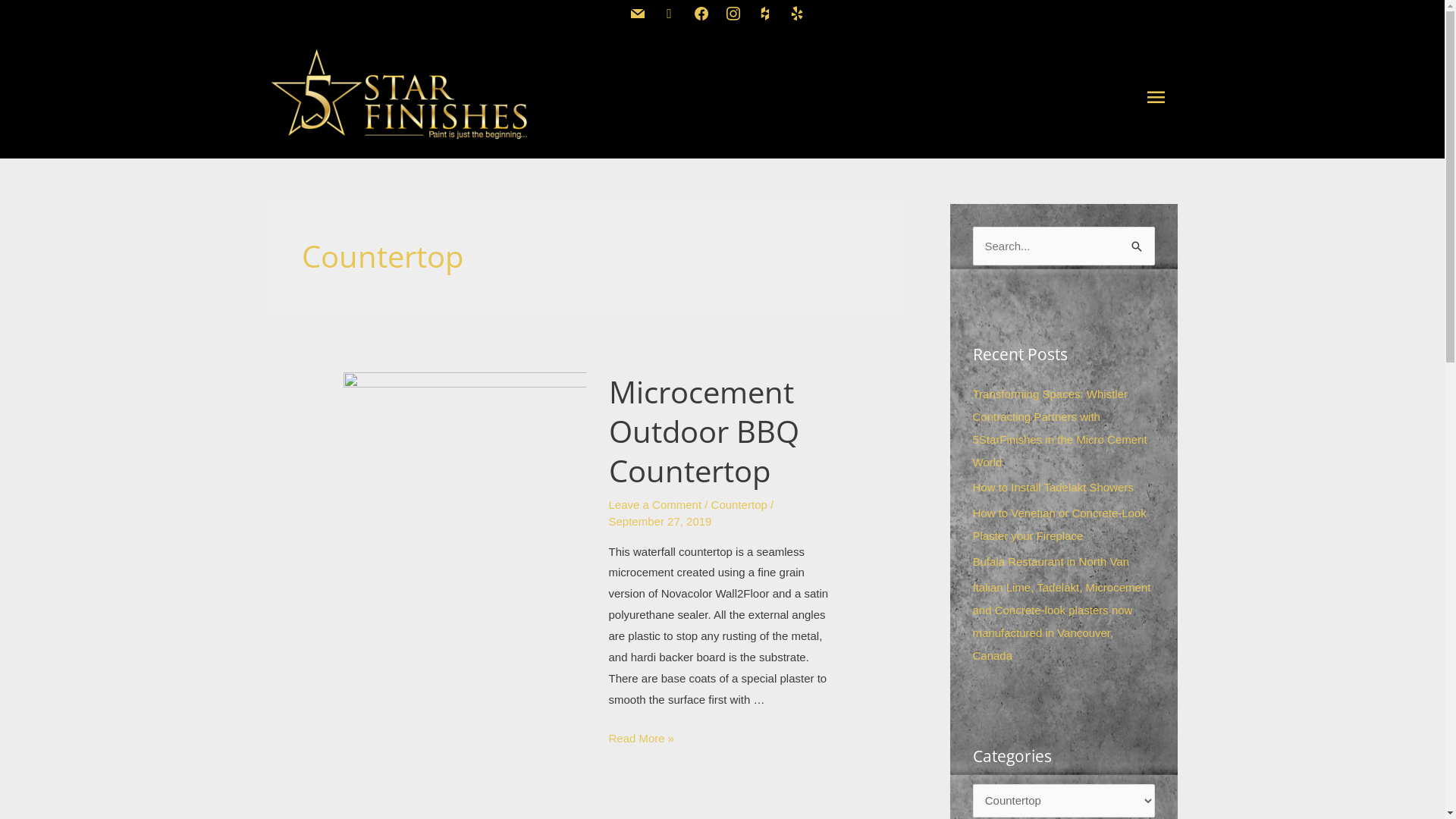 The width and height of the screenshot is (1456, 819). I want to click on 'mail', so click(637, 12).